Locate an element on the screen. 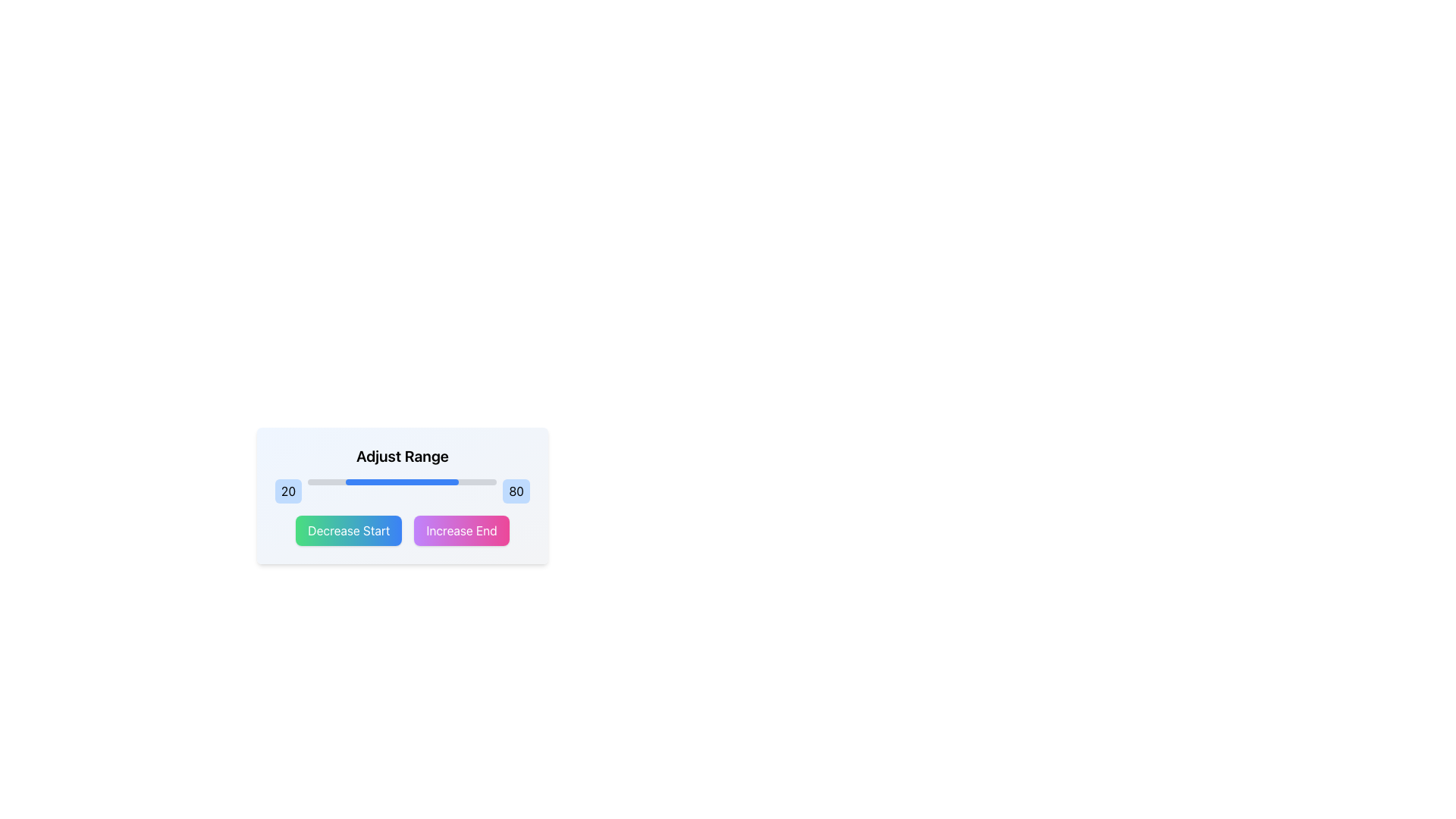 This screenshot has width=1456, height=819. the left button of the Button Group located in the 'Adjust Range' section to decrement the start value is located at coordinates (403, 529).